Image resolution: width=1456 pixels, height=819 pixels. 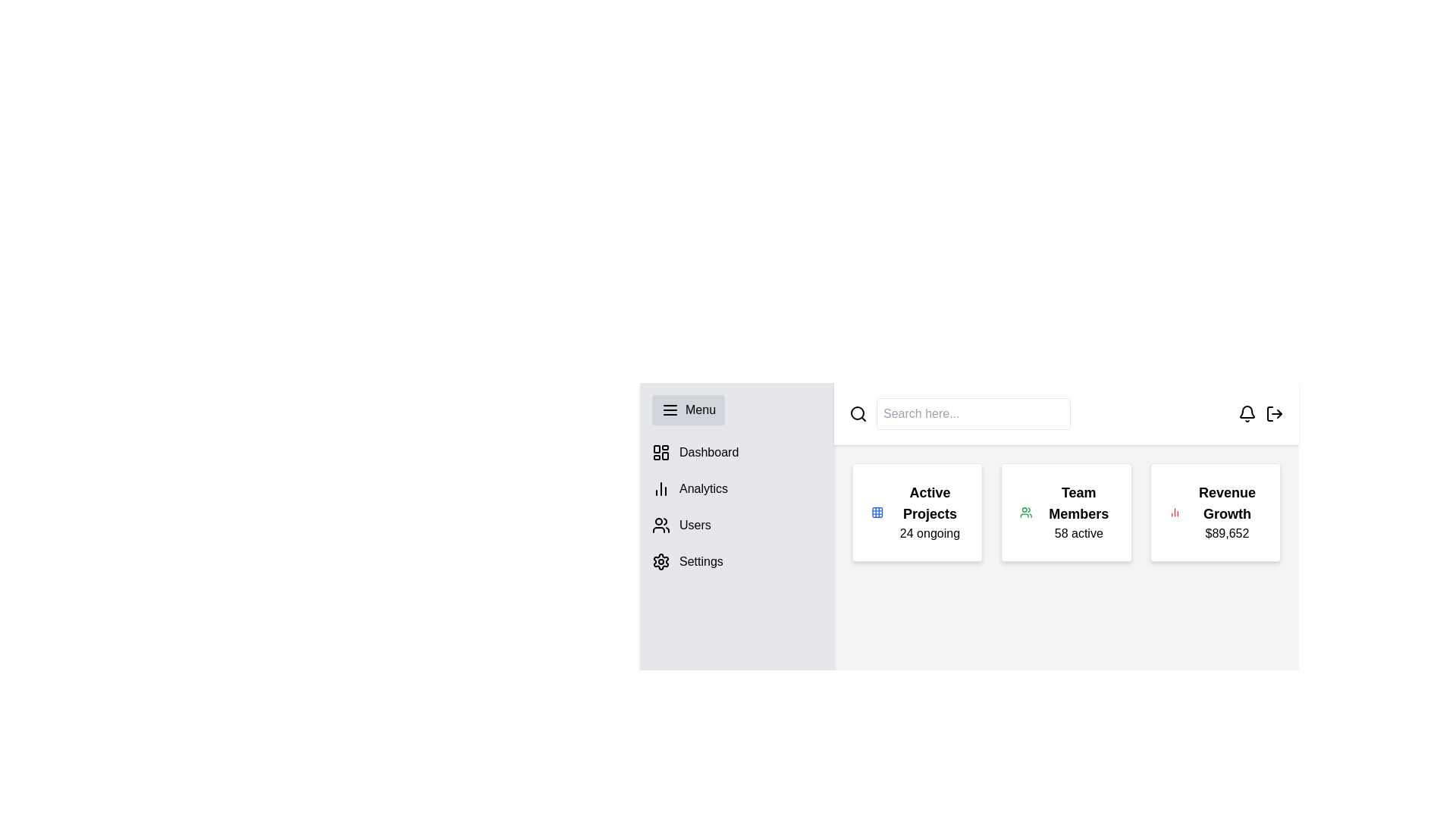 What do you see at coordinates (858, 414) in the screenshot?
I see `the search icon located at the left end of the horizontal bar, which is immediately to the left of the 'Search here...' input field` at bounding box center [858, 414].